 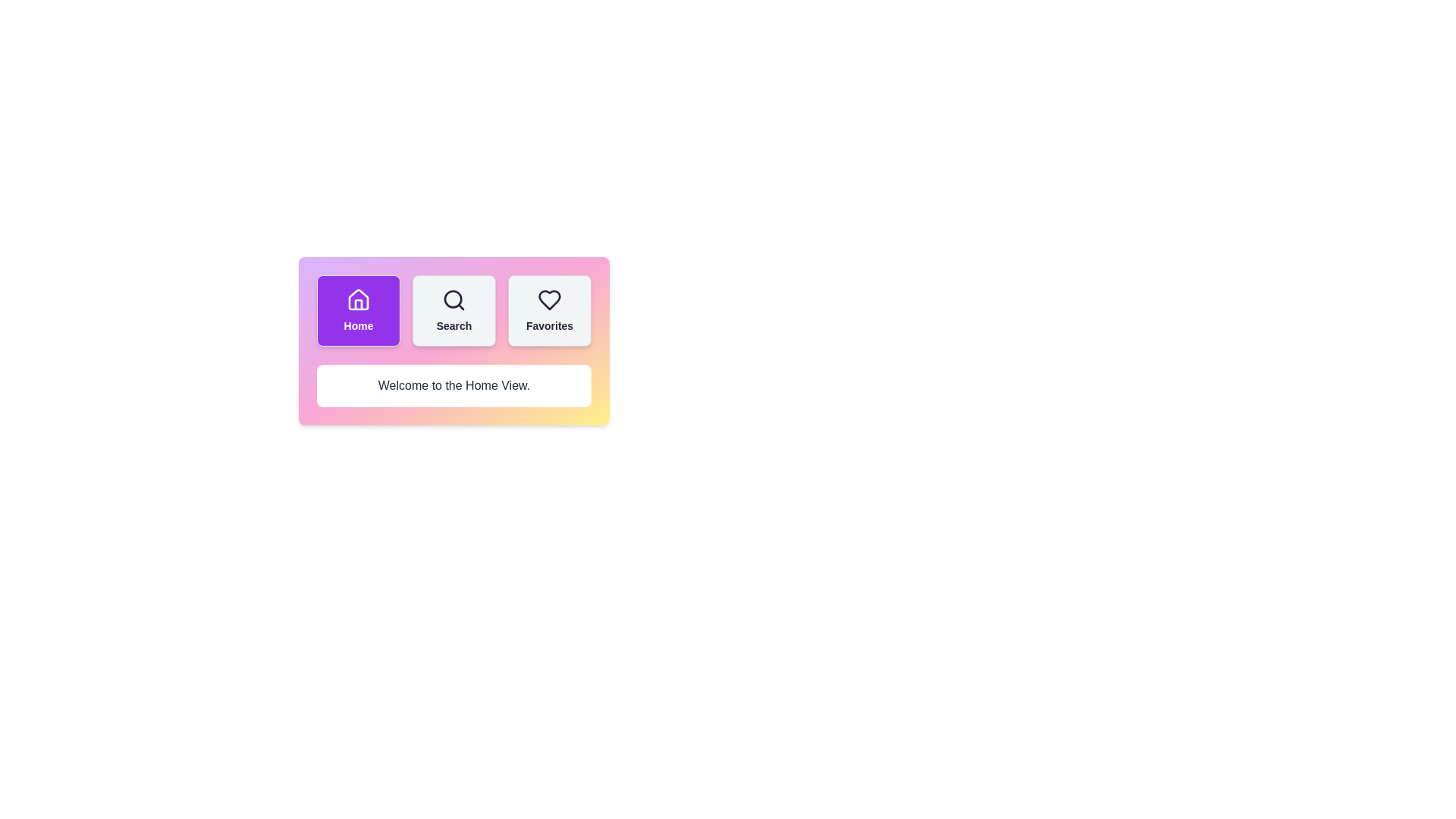 What do you see at coordinates (548, 300) in the screenshot?
I see `the 'Favorites' heart icon located in the toolbar, which visually represents the 'Favorites' function` at bounding box center [548, 300].